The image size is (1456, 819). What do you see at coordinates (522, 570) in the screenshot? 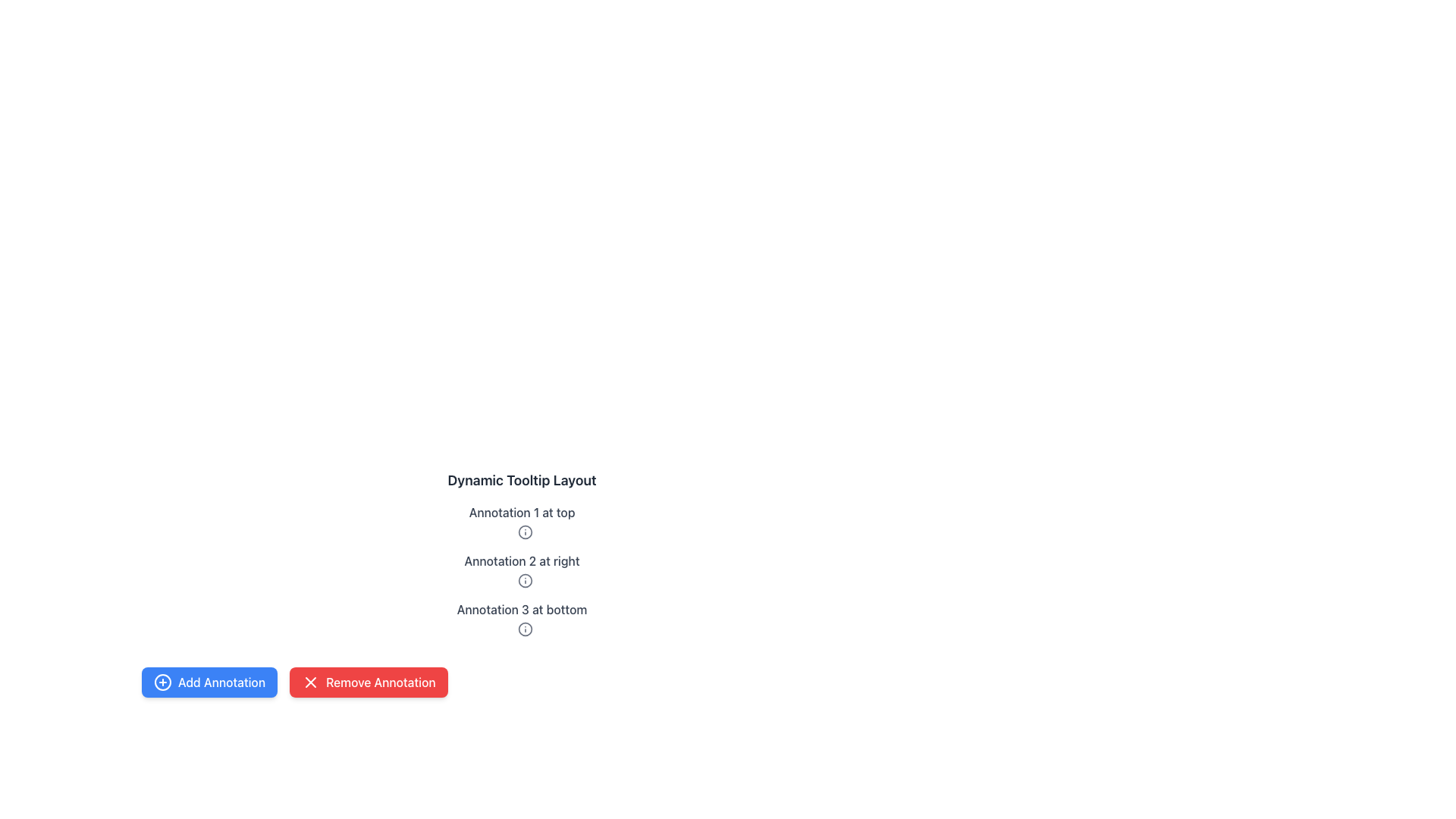
I see `the Tooltip-enabled info icon located between 'Annotation 1 at top' and 'Annotation 3 at bottom'` at bounding box center [522, 570].